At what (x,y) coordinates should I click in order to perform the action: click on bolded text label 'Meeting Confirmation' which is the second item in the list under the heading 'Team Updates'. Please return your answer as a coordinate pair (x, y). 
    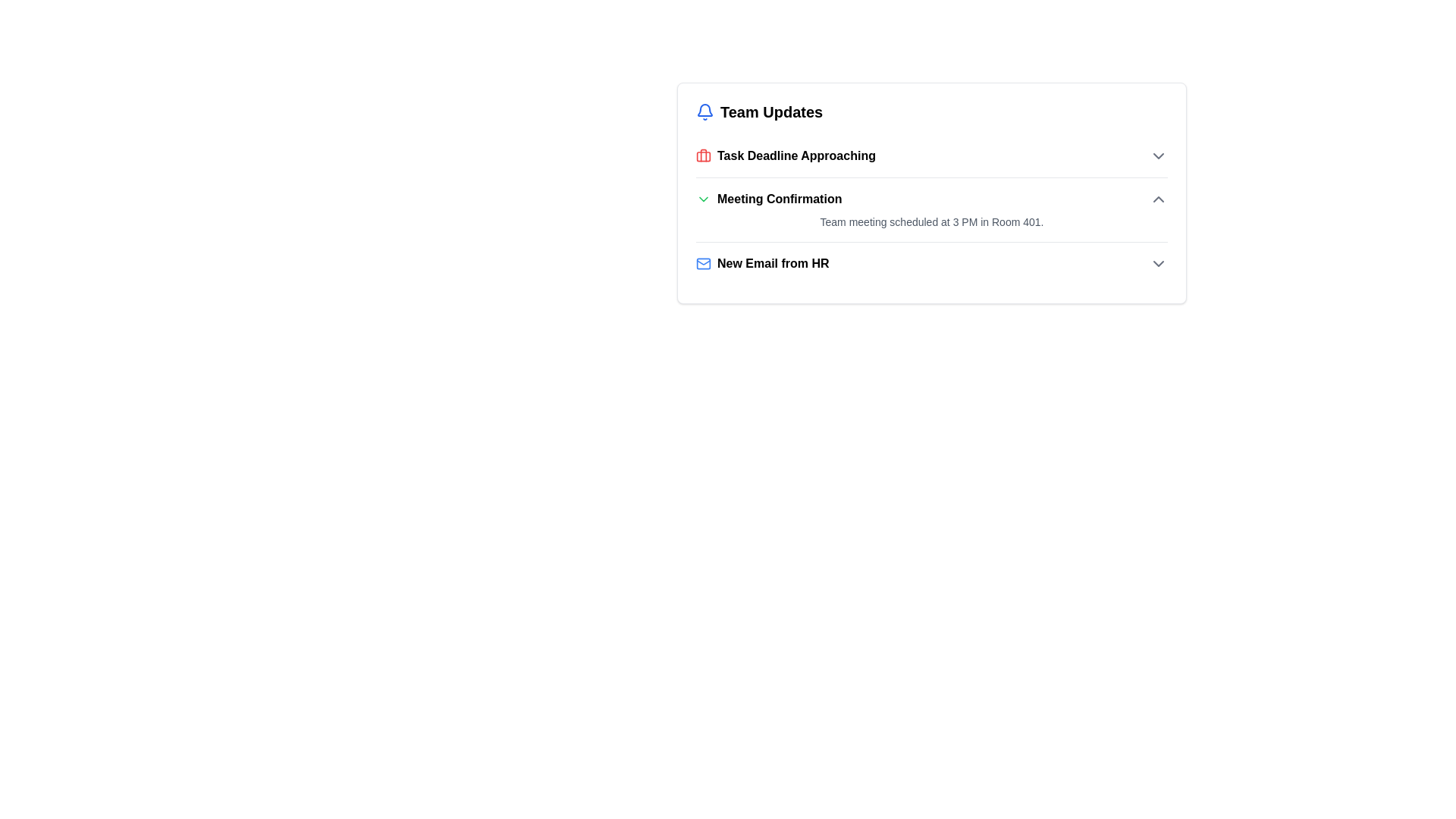
    Looking at the image, I should click on (780, 198).